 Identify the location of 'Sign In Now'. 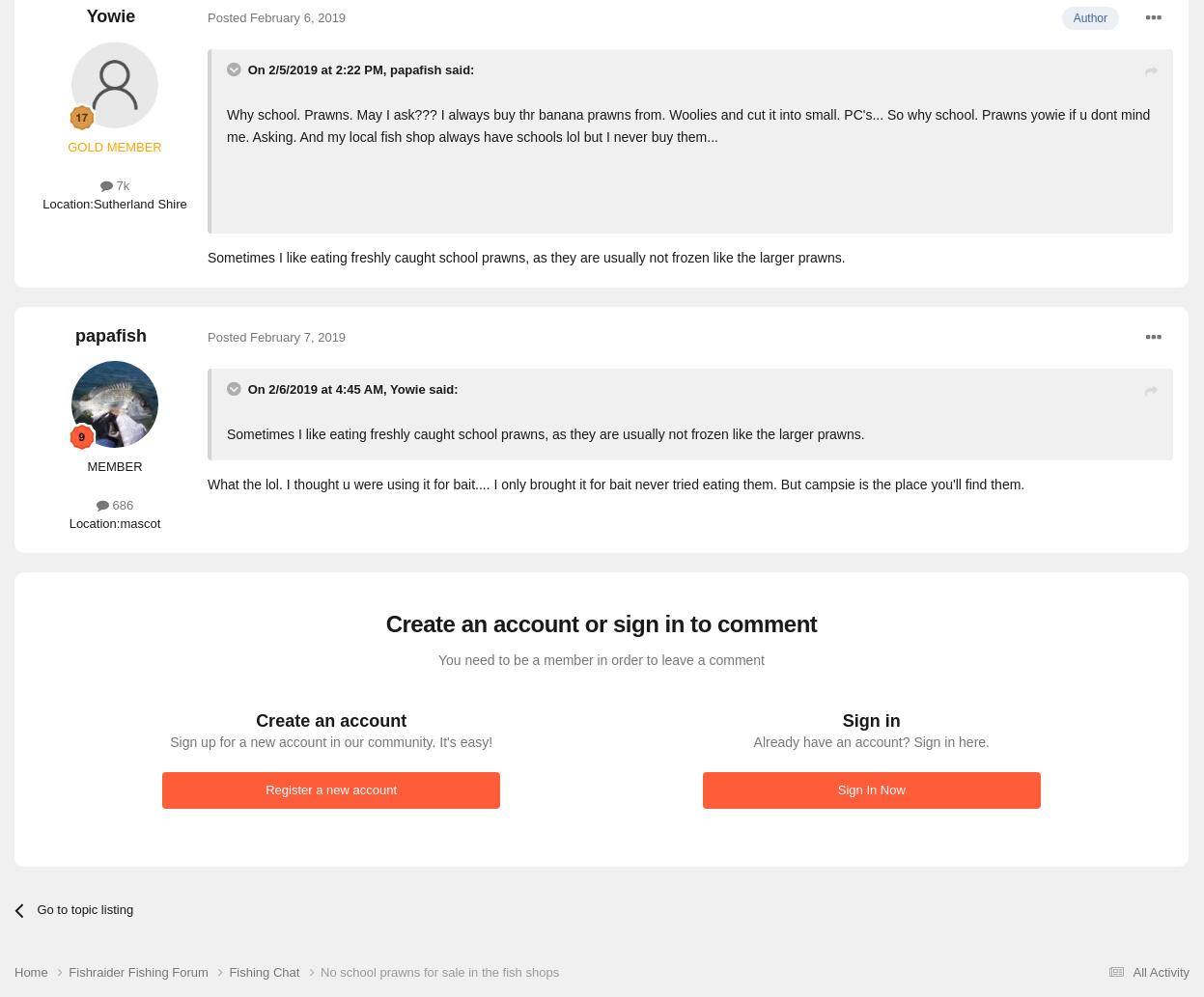
(870, 789).